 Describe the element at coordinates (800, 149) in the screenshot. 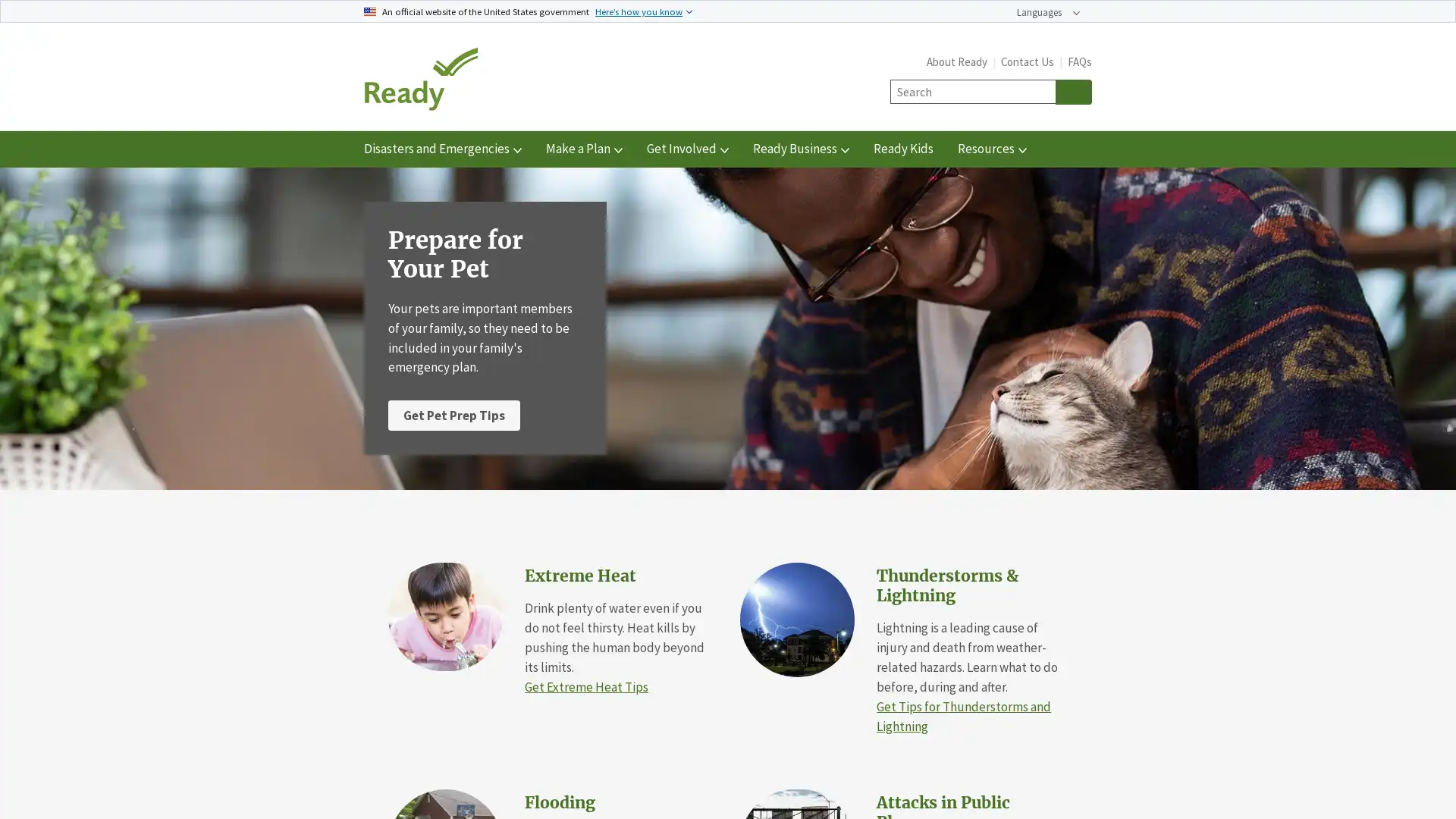

I see `Ready Business` at that location.